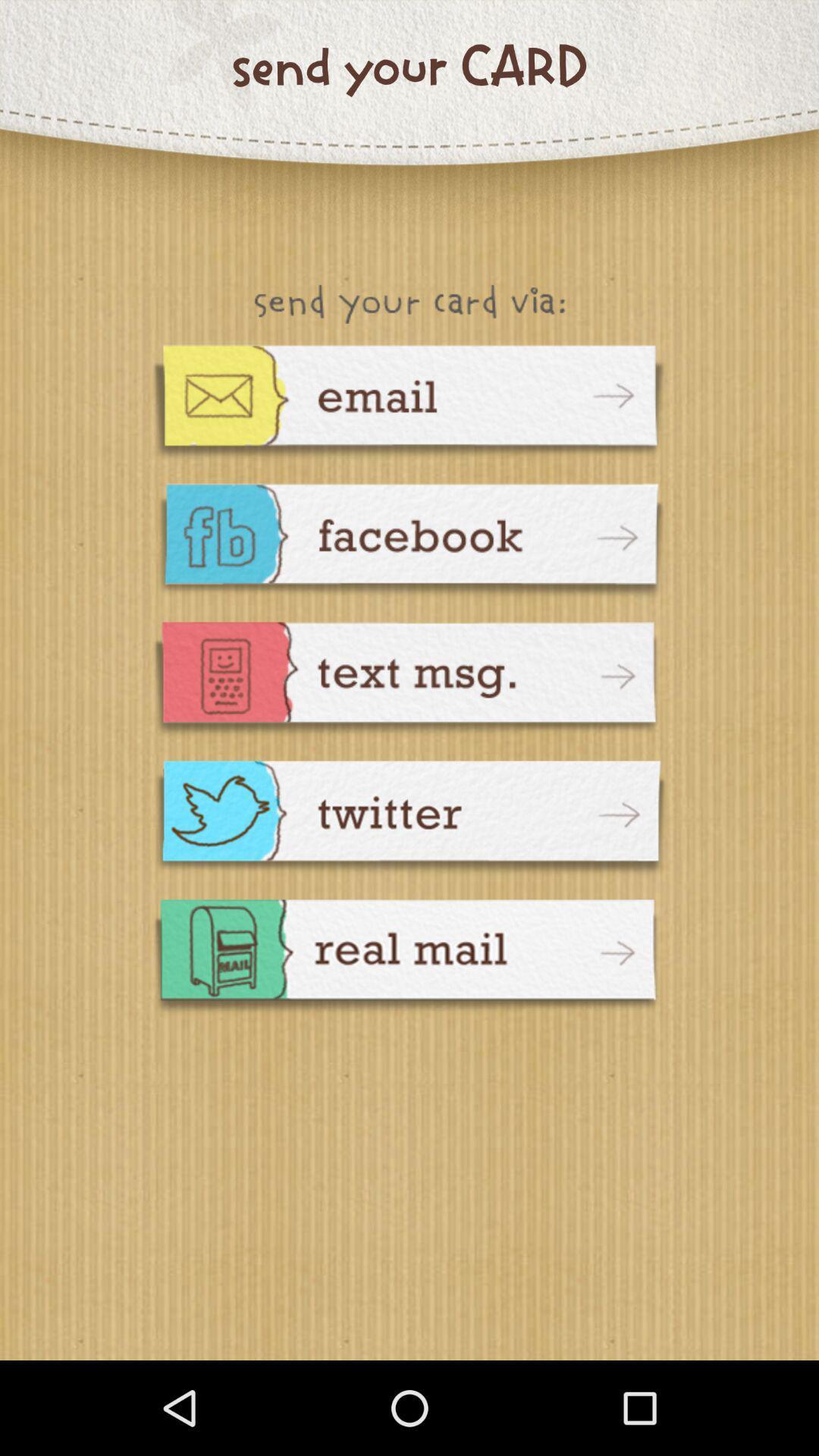 Image resolution: width=819 pixels, height=1456 pixels. Describe the element at coordinates (409, 819) in the screenshot. I see `the messenger` at that location.